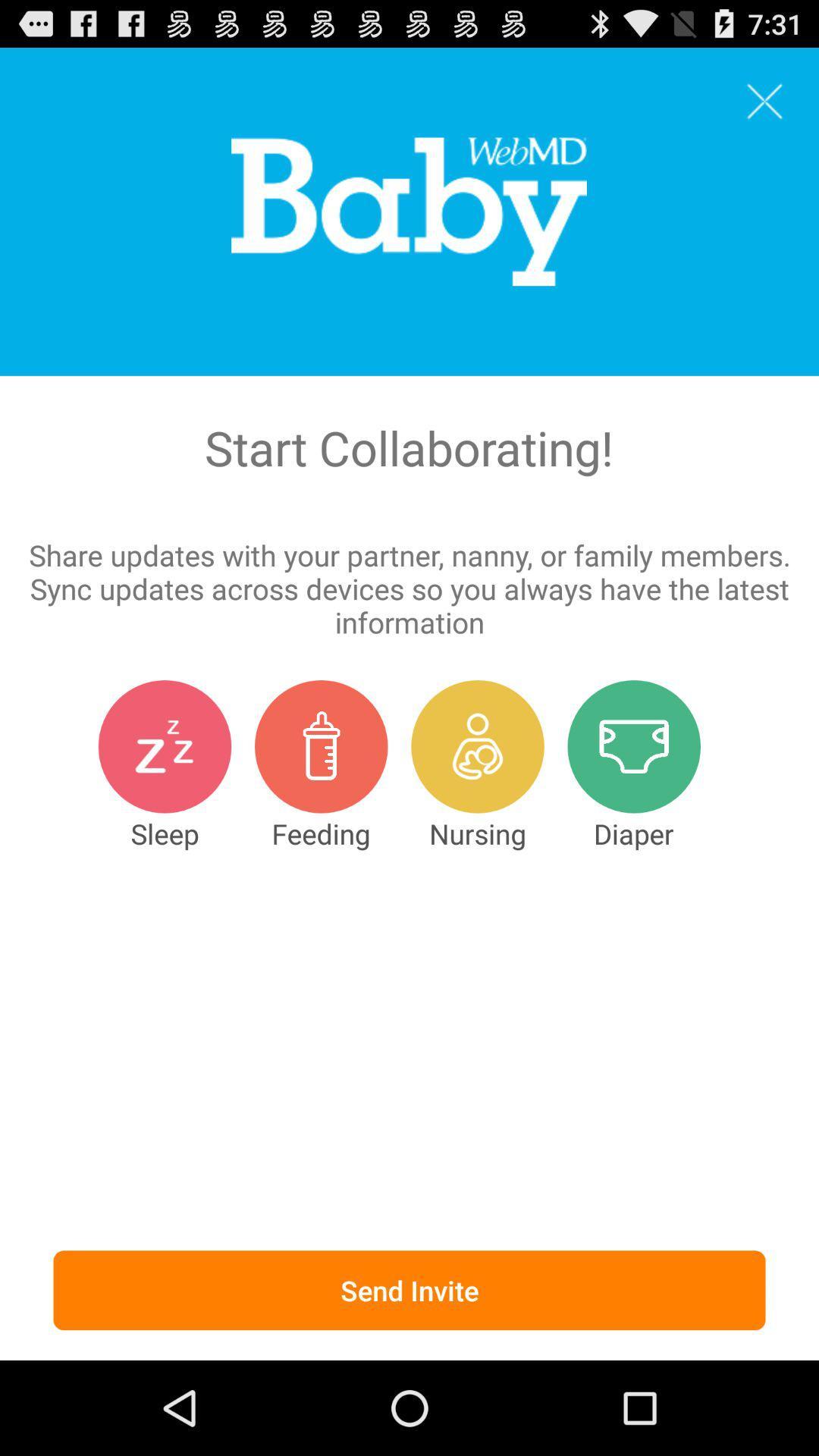  I want to click on icon below the sleep app, so click(409, 1289).